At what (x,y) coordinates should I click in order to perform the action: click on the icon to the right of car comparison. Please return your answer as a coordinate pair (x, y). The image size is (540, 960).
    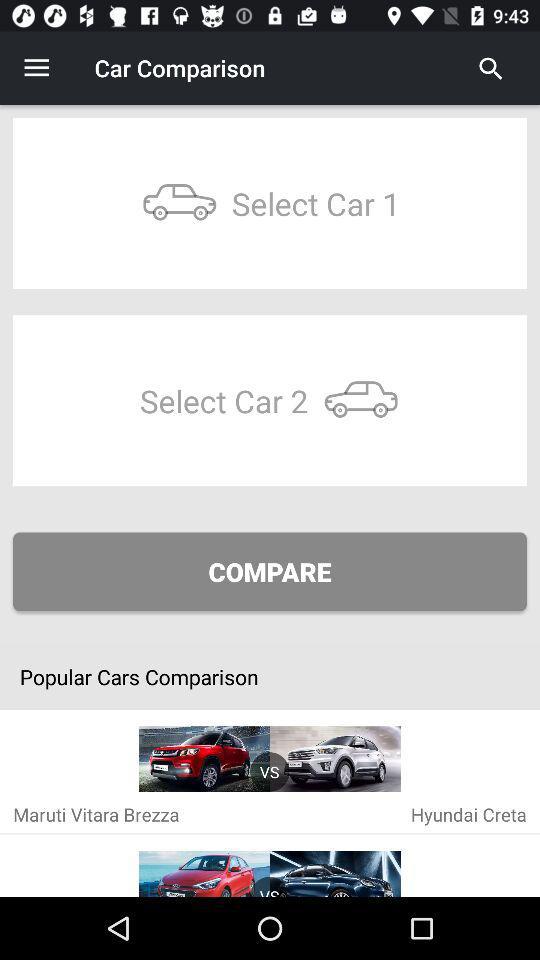
    Looking at the image, I should click on (490, 68).